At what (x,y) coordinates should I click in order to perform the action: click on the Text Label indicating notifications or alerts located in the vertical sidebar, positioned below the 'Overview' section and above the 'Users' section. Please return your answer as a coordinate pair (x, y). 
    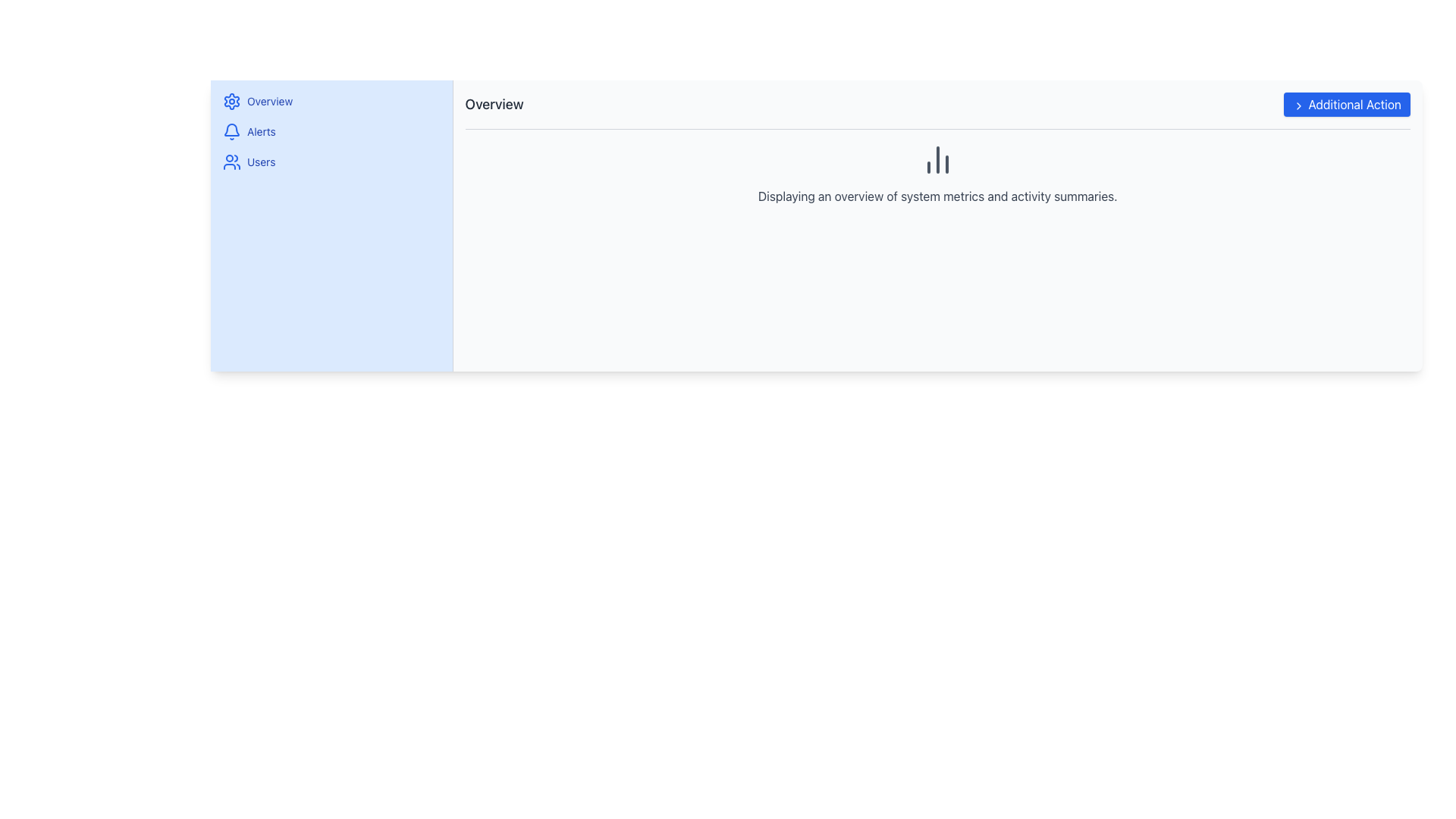
    Looking at the image, I should click on (261, 130).